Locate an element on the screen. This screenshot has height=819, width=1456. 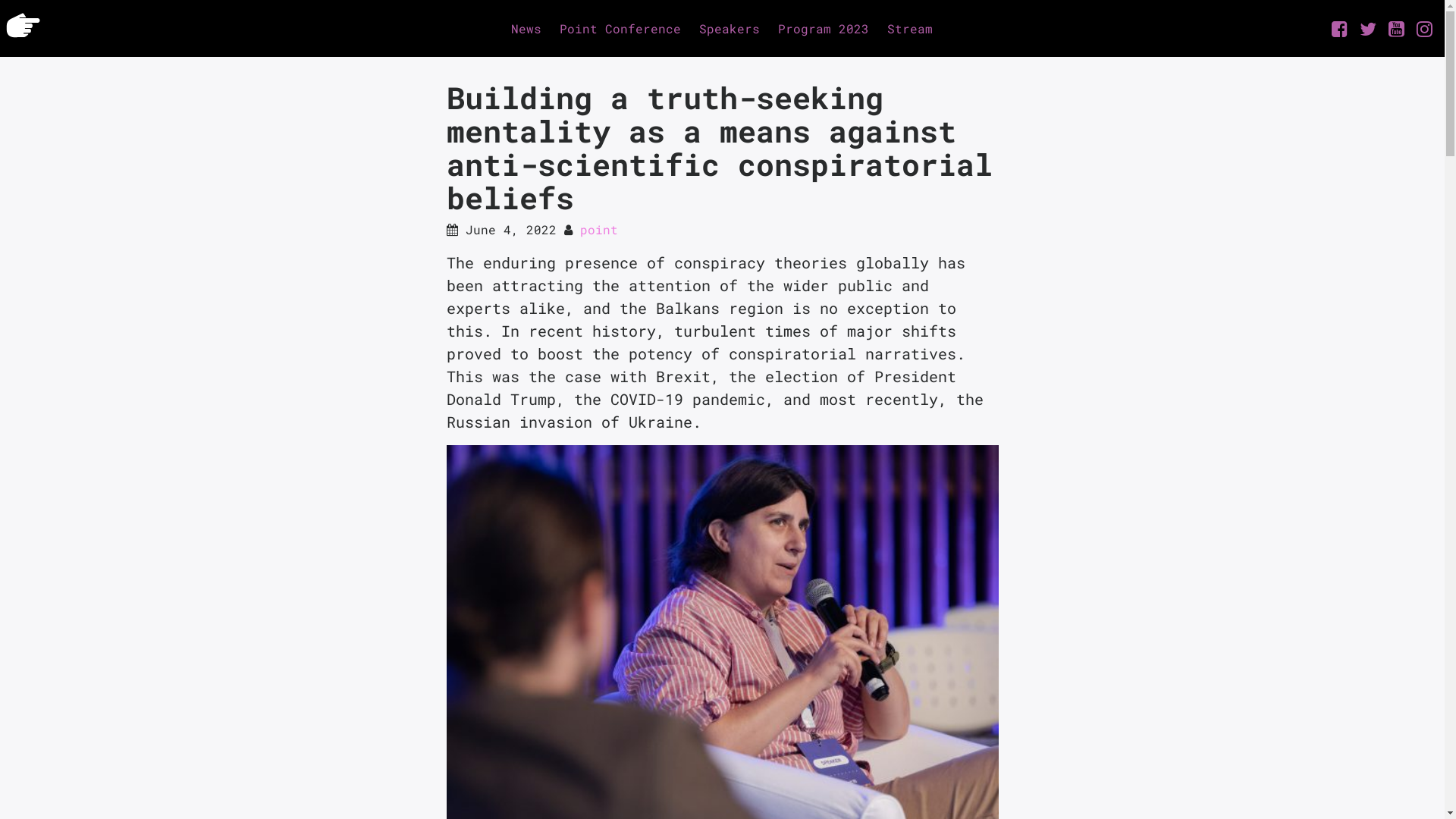
'facebook' is located at coordinates (1324, 29).